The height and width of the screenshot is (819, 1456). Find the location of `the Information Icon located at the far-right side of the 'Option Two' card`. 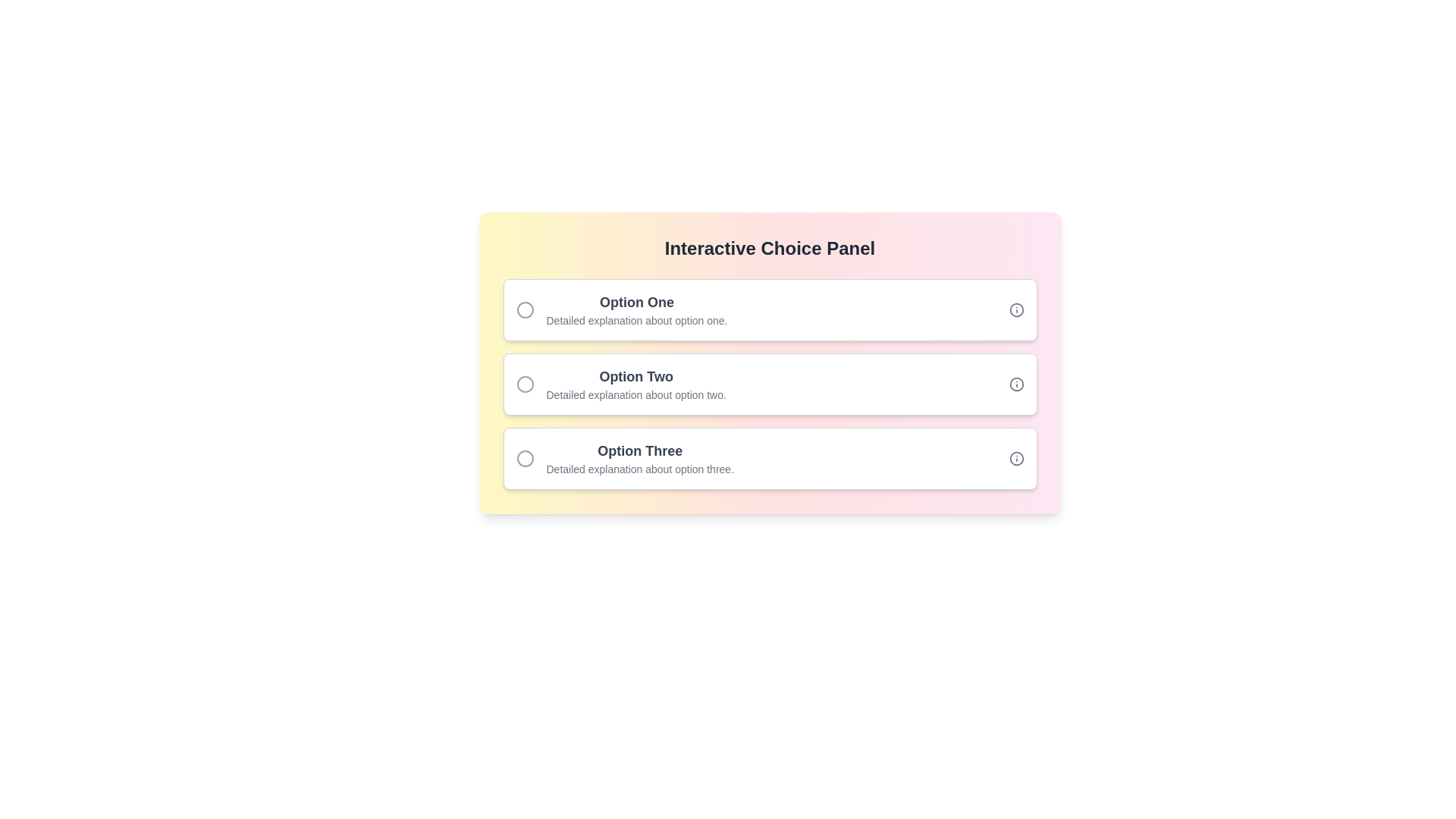

the Information Icon located at the far-right side of the 'Option Two' card is located at coordinates (1016, 383).